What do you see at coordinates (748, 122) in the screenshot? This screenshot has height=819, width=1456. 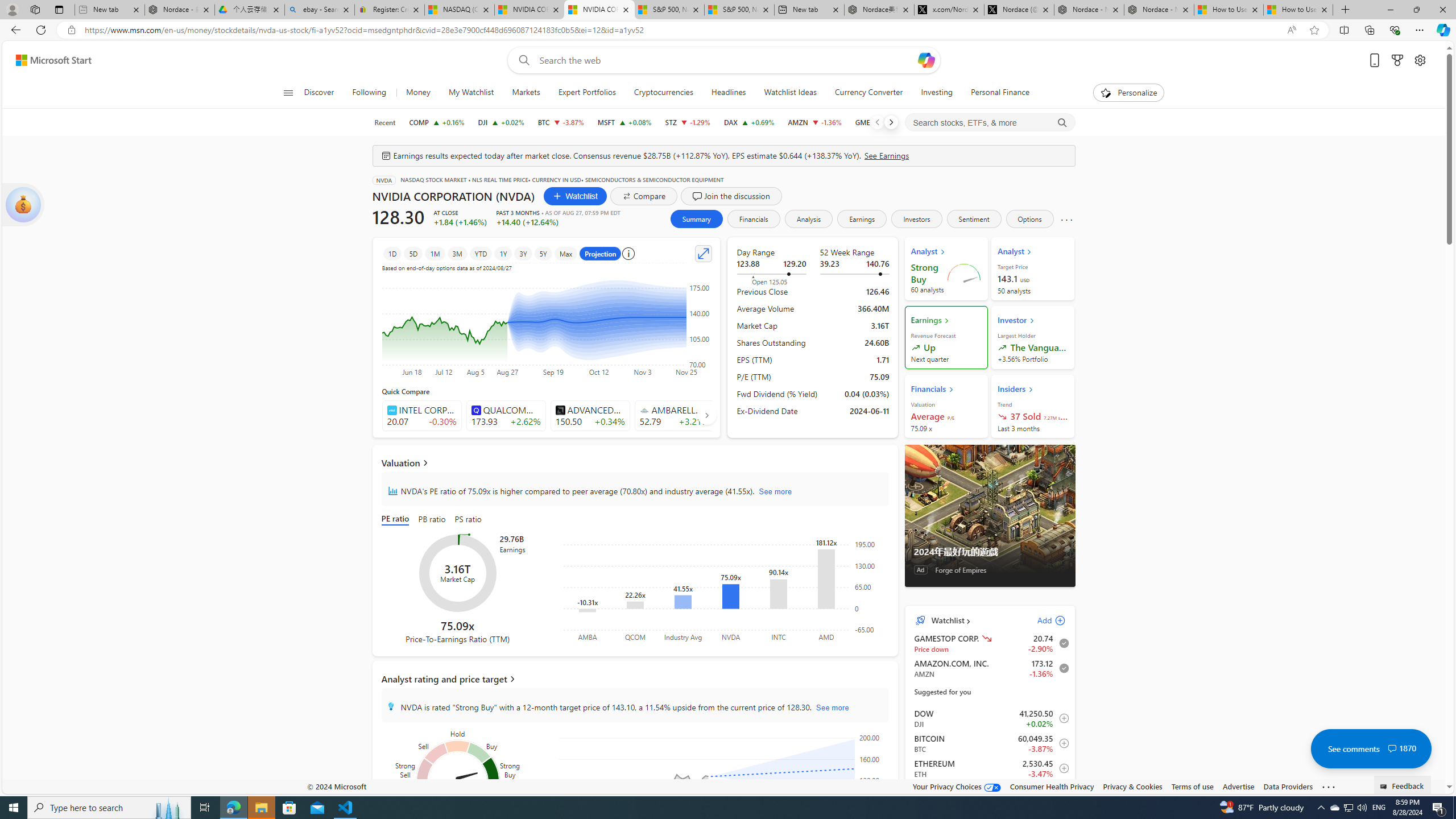 I see `'DAX DAX increase 18,810.79 +128.98 +0.69%'` at bounding box center [748, 122].